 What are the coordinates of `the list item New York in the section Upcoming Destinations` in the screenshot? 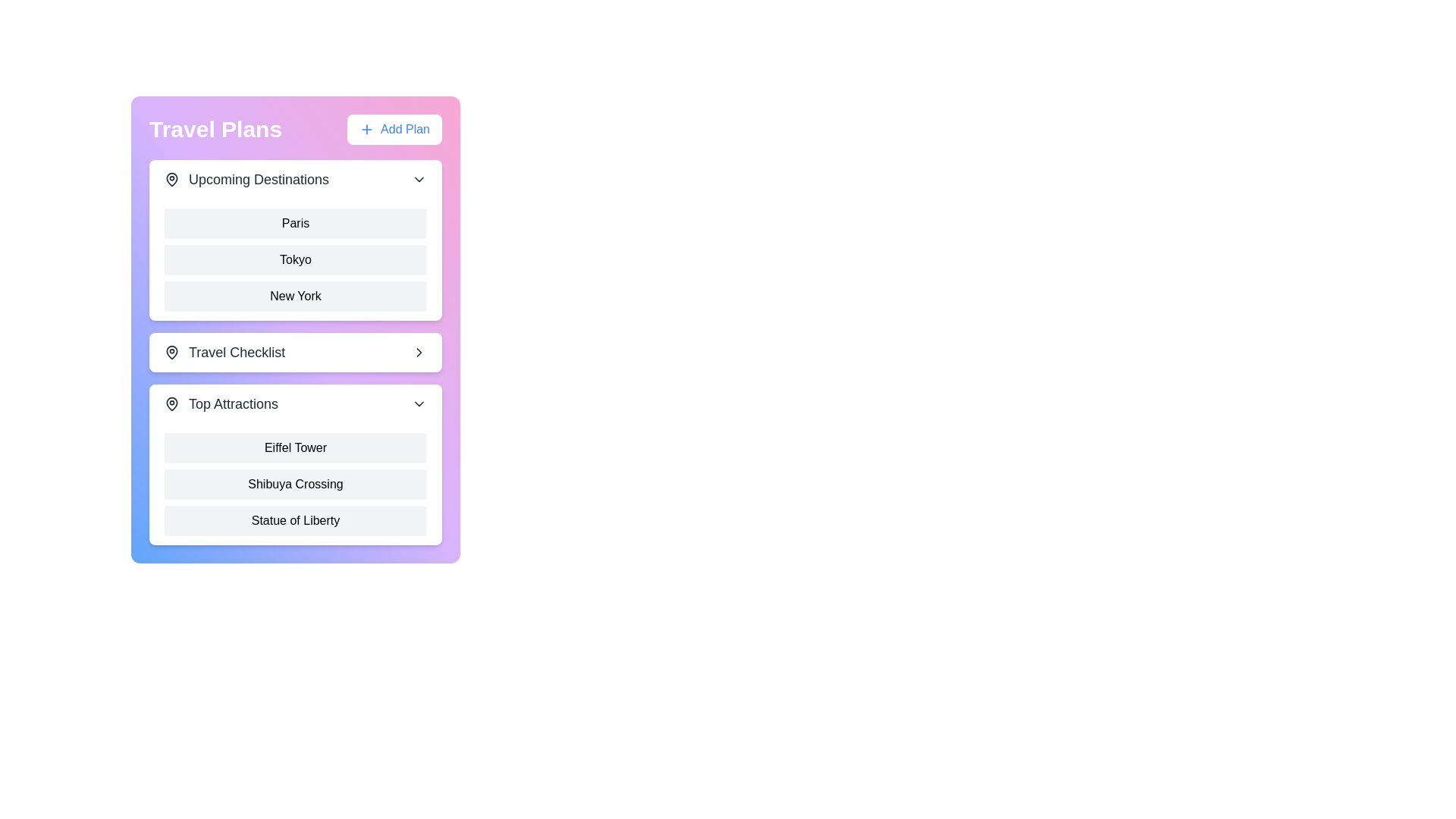 It's located at (295, 296).